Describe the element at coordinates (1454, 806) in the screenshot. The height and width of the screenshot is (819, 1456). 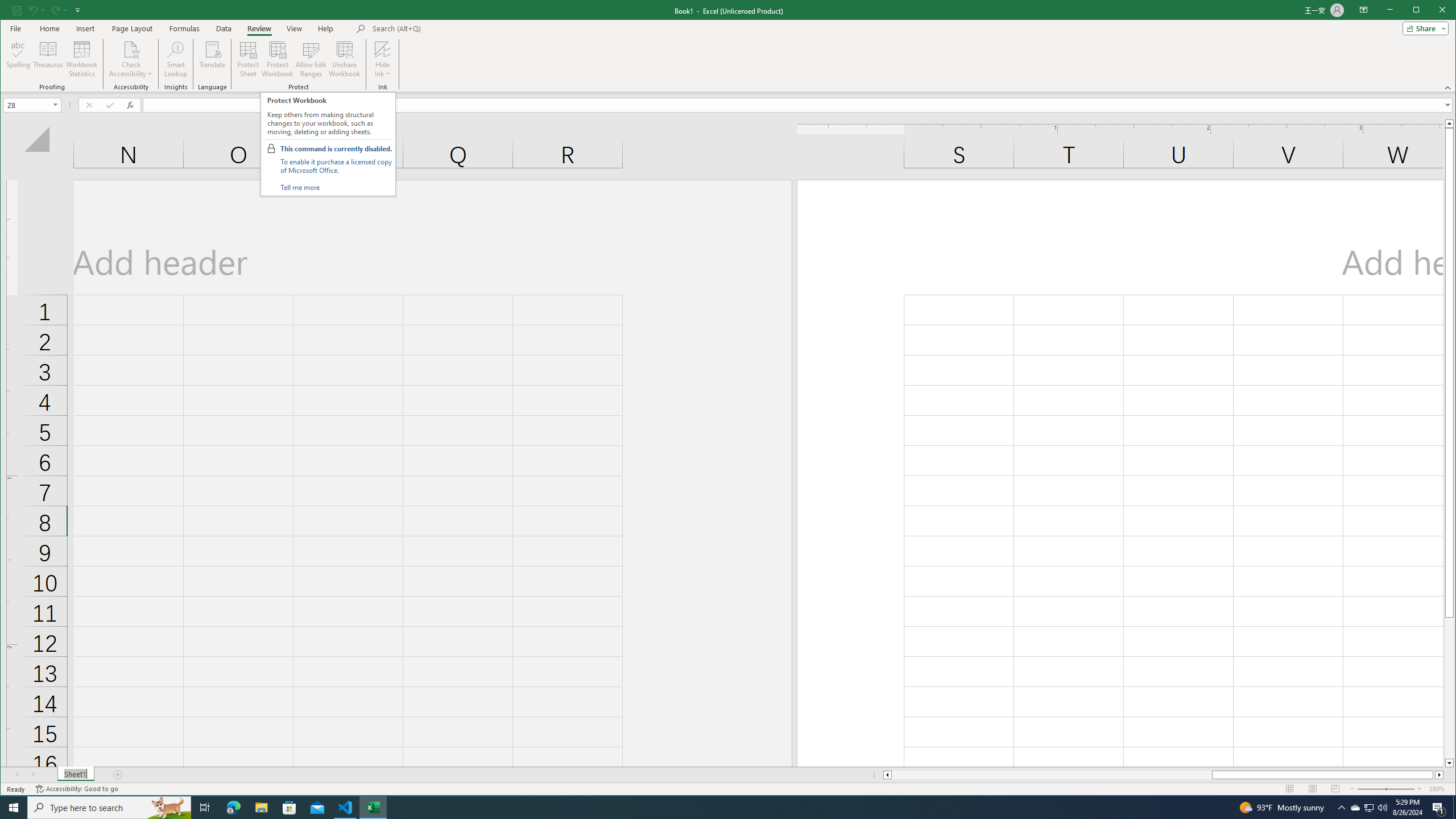
I see `'Show desktop'` at that location.